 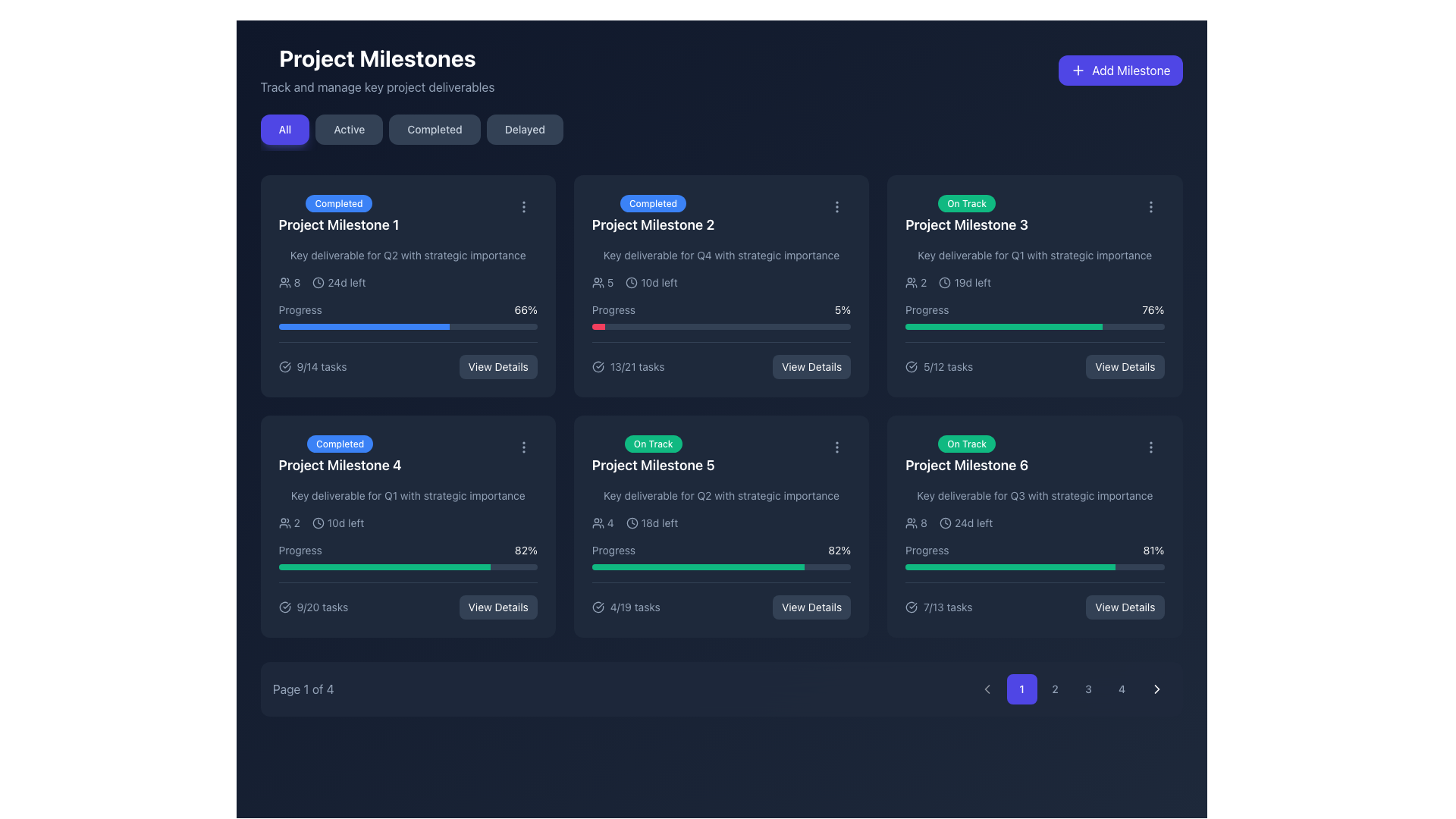 What do you see at coordinates (945, 522) in the screenshot?
I see `the clock icon depicting a minimal clock face with hands, located in the 'Project Milestone 6' card, to the right of the user count icon and preceding the '24d left' text` at bounding box center [945, 522].